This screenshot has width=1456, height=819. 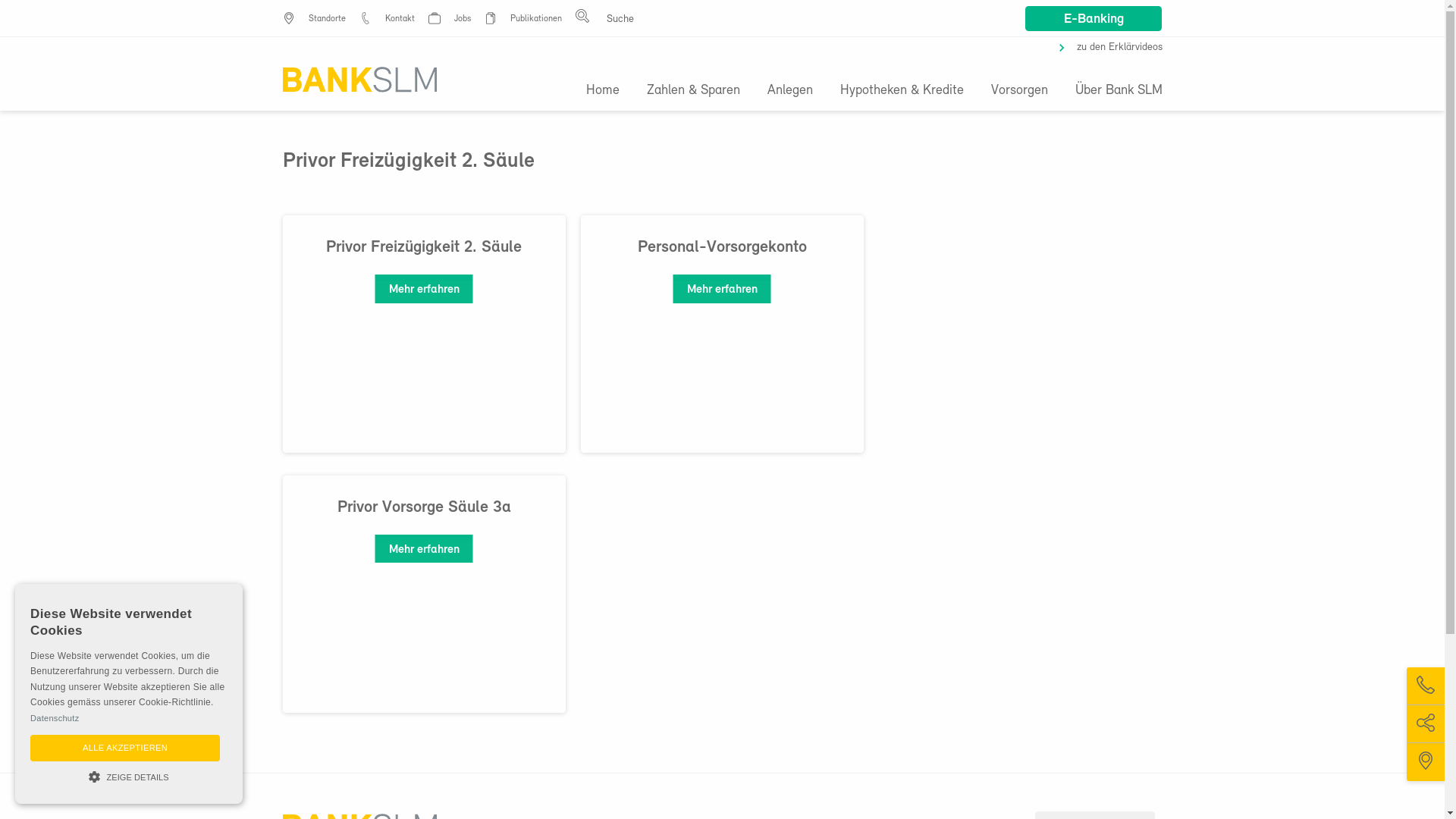 What do you see at coordinates (632, 90) in the screenshot?
I see `'Zahlen & Sparen'` at bounding box center [632, 90].